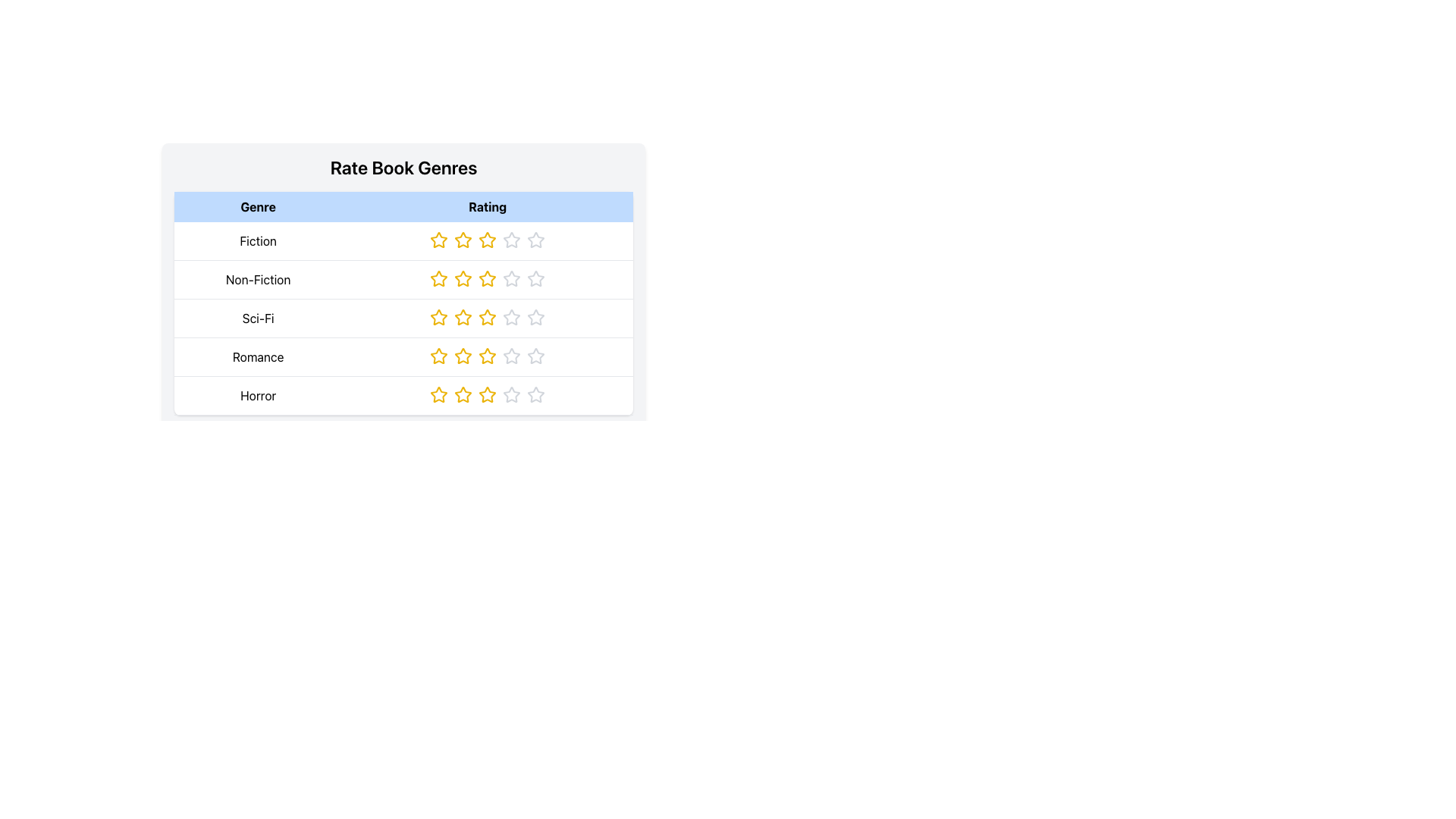 This screenshot has width=1456, height=819. What do you see at coordinates (403, 318) in the screenshot?
I see `the Table Cell with Text Content that displays genres, located in the third row of the genre-rating table` at bounding box center [403, 318].